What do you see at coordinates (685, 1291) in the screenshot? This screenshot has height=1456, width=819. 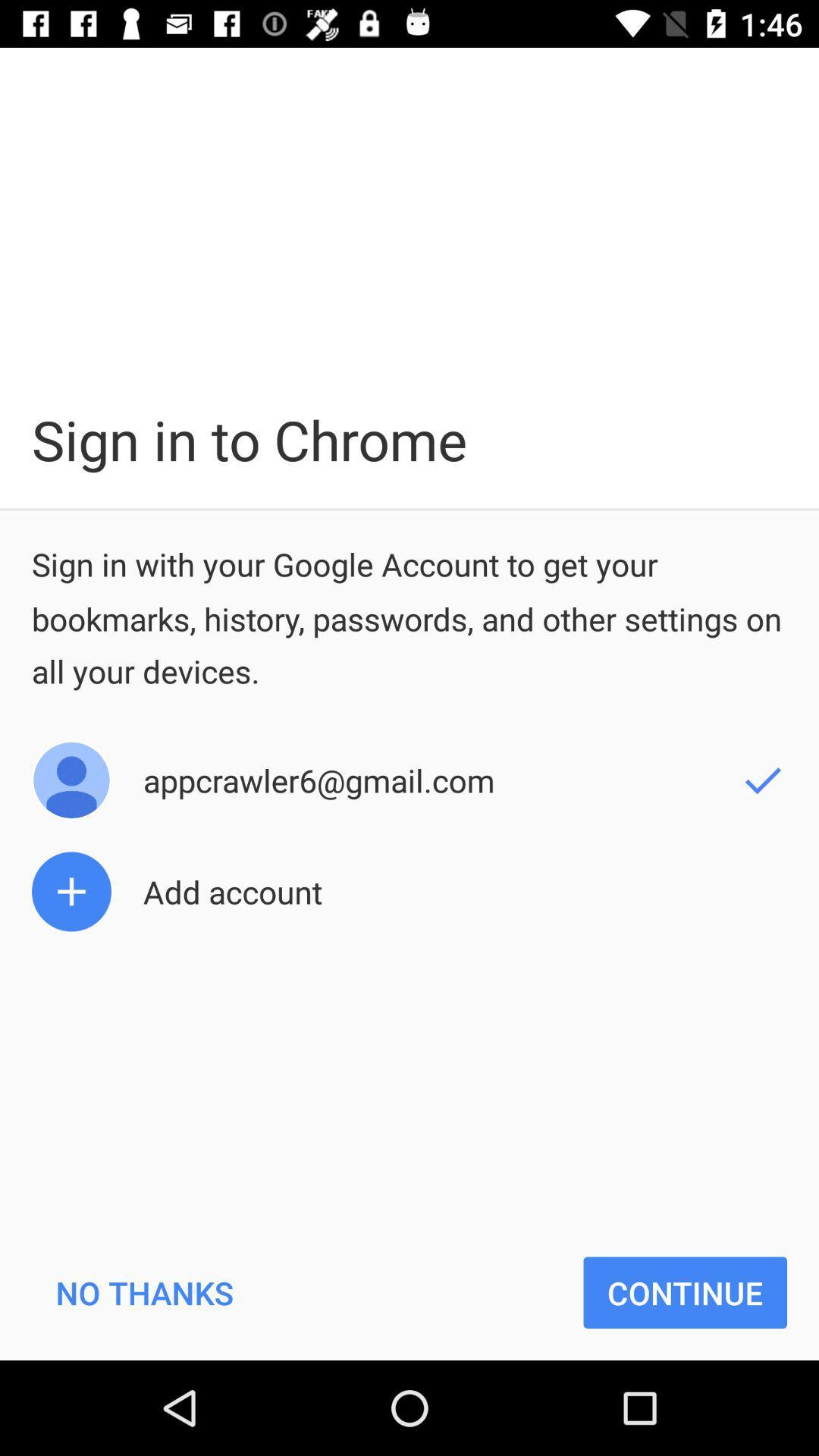 I see `the item next to no thanks item` at bounding box center [685, 1291].